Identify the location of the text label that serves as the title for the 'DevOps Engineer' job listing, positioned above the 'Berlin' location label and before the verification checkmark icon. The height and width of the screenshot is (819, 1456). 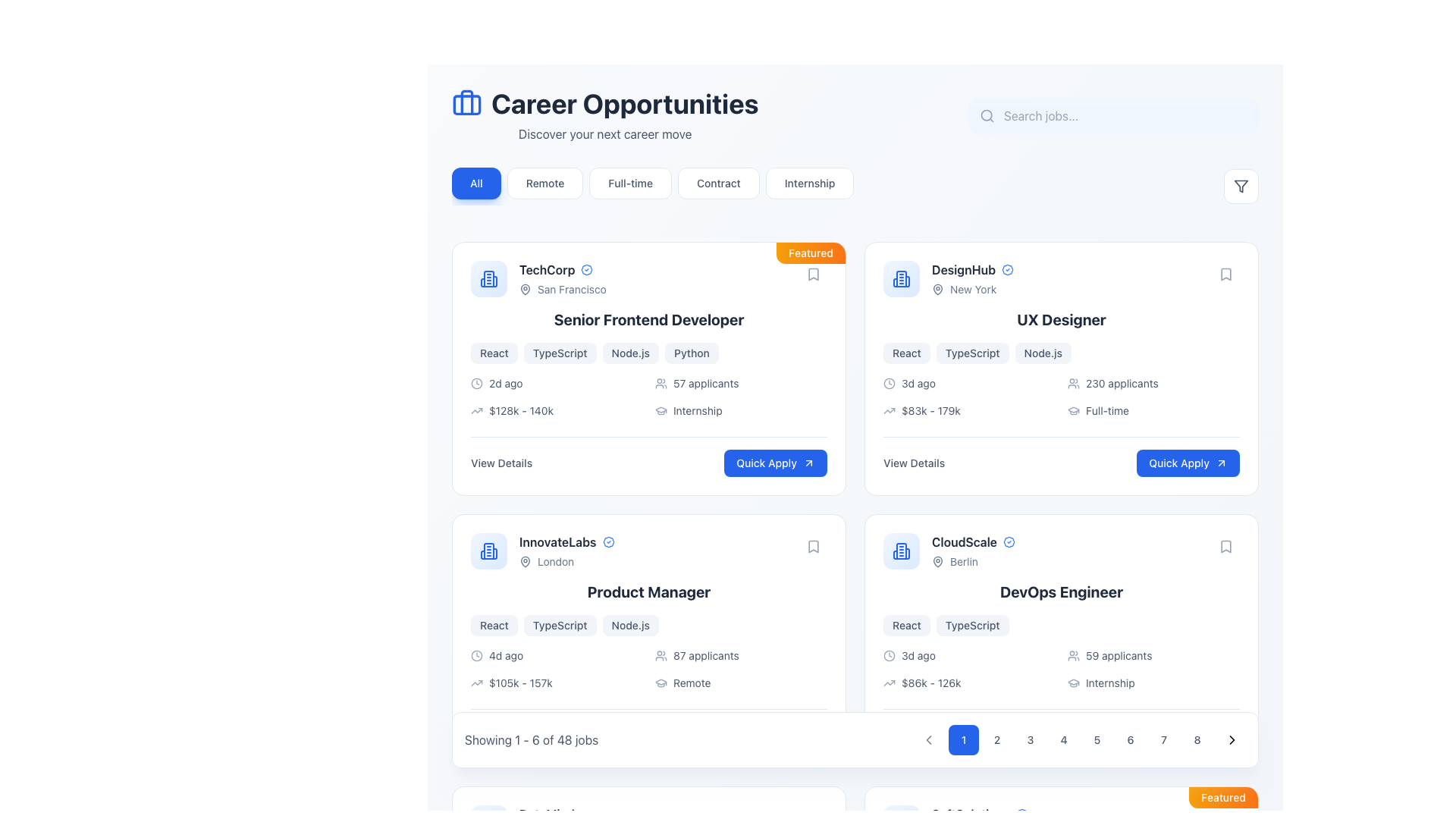
(964, 541).